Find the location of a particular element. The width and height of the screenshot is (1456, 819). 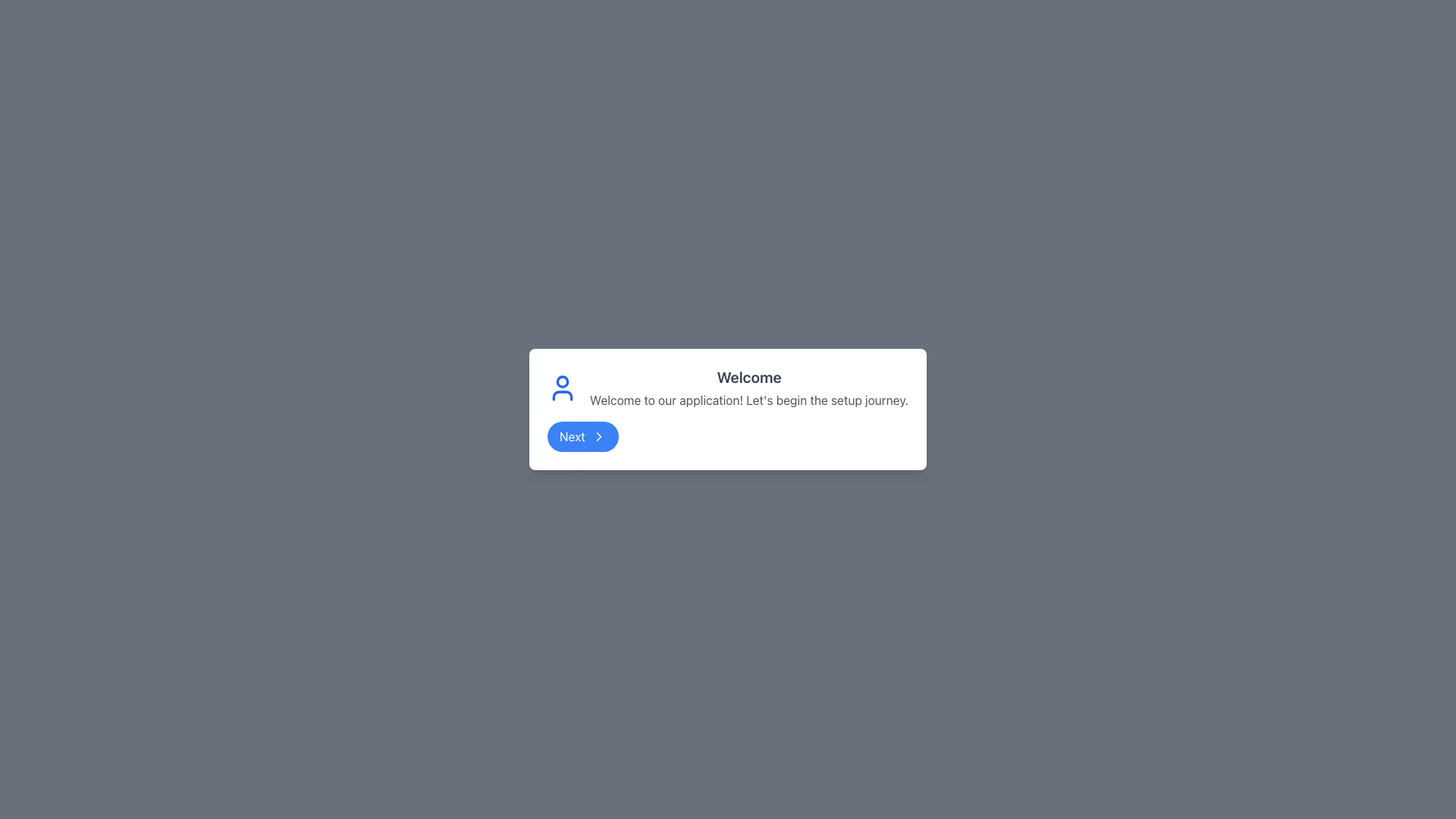

the circular decorative graphic icon that resembles a user profile, located on the left-hand side of the welcome message in the popup box is located at coordinates (561, 381).